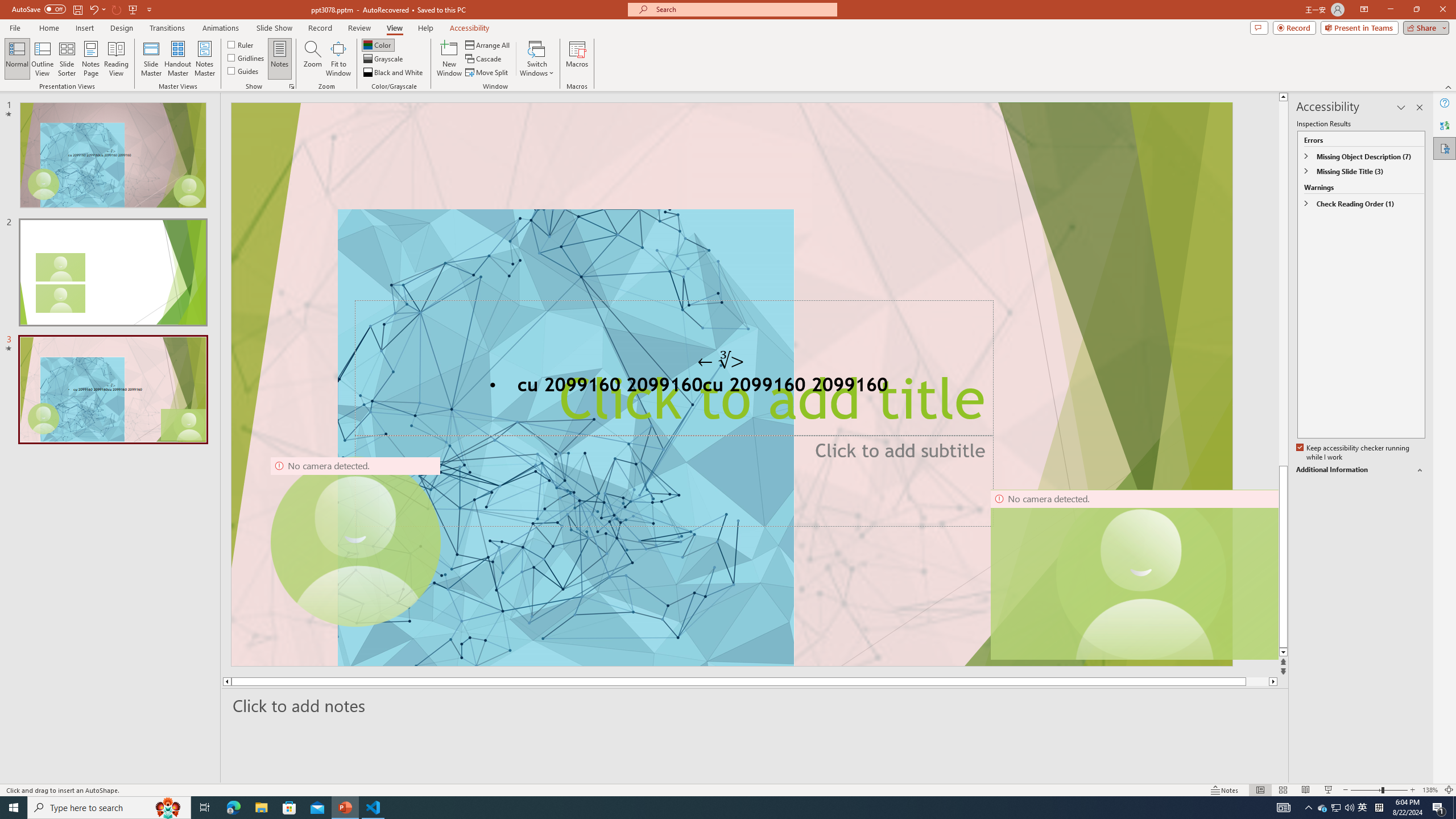 This screenshot has height=819, width=1456. I want to click on 'Switch Windows', so click(536, 59).